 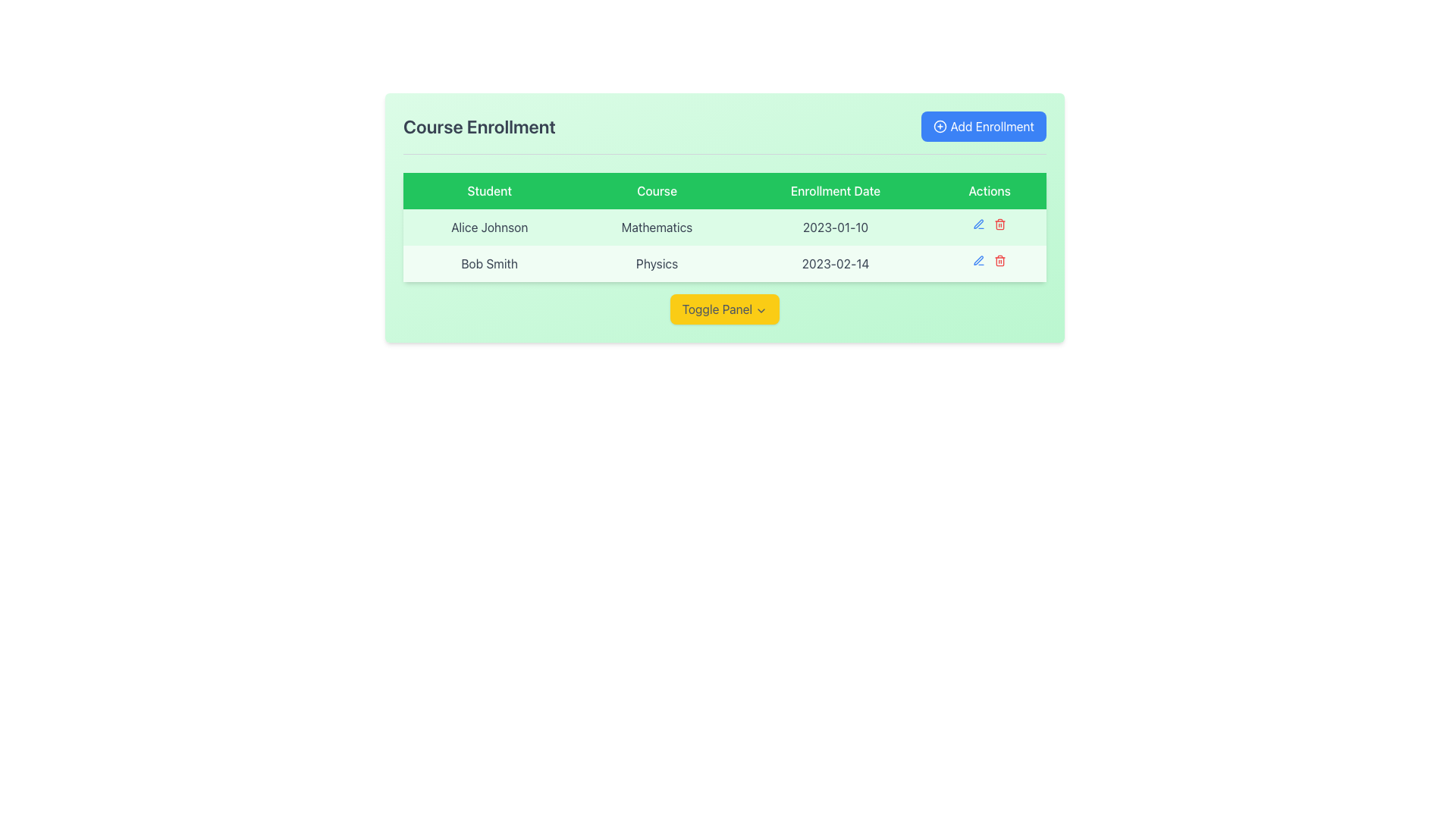 What do you see at coordinates (978, 259) in the screenshot?
I see `the edit icon button in the 'Actions' column of the second row, which modifies the enrollment details for 'Bob Smith'` at bounding box center [978, 259].